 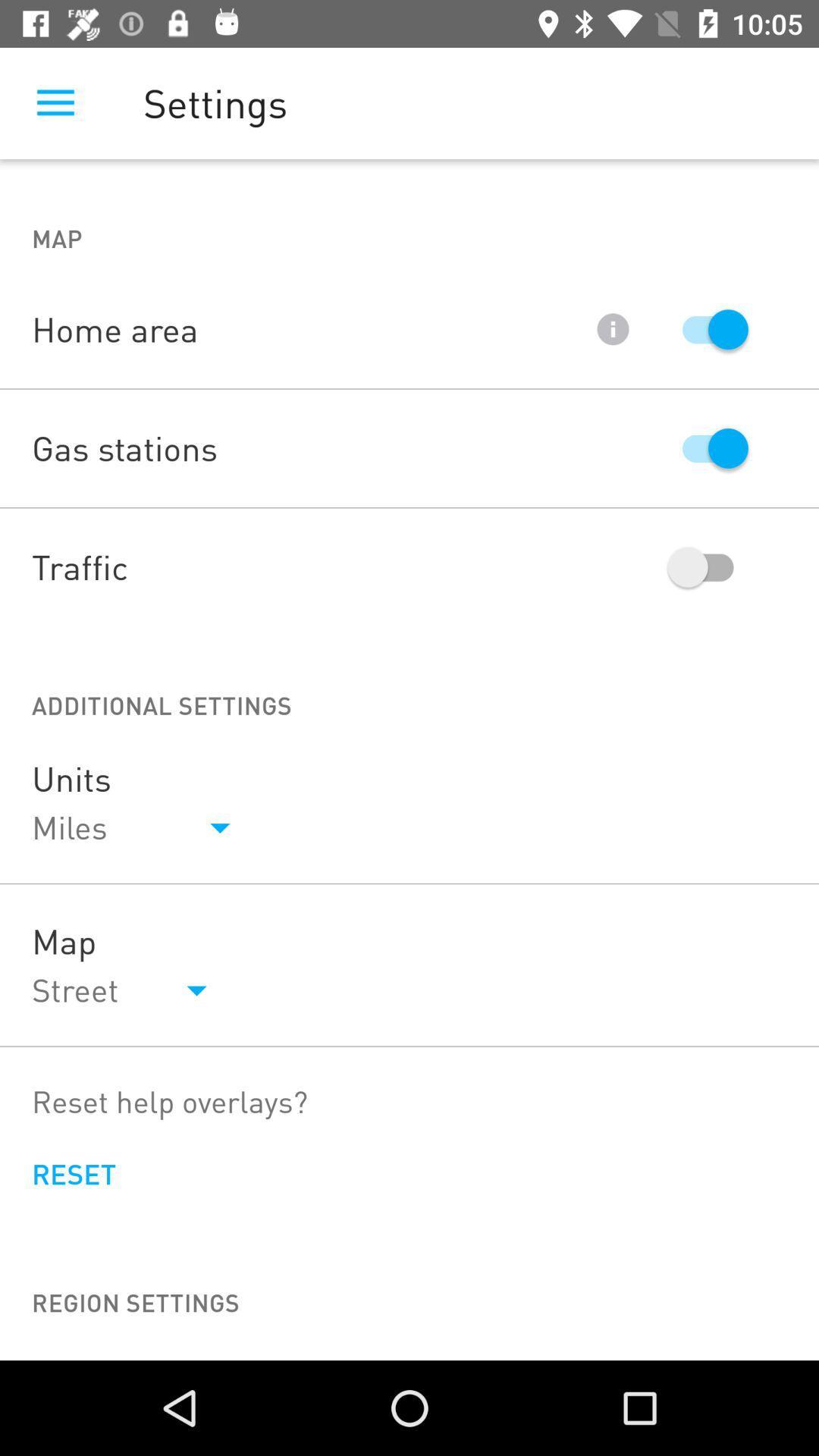 What do you see at coordinates (708, 328) in the screenshot?
I see `switch autoplay option` at bounding box center [708, 328].